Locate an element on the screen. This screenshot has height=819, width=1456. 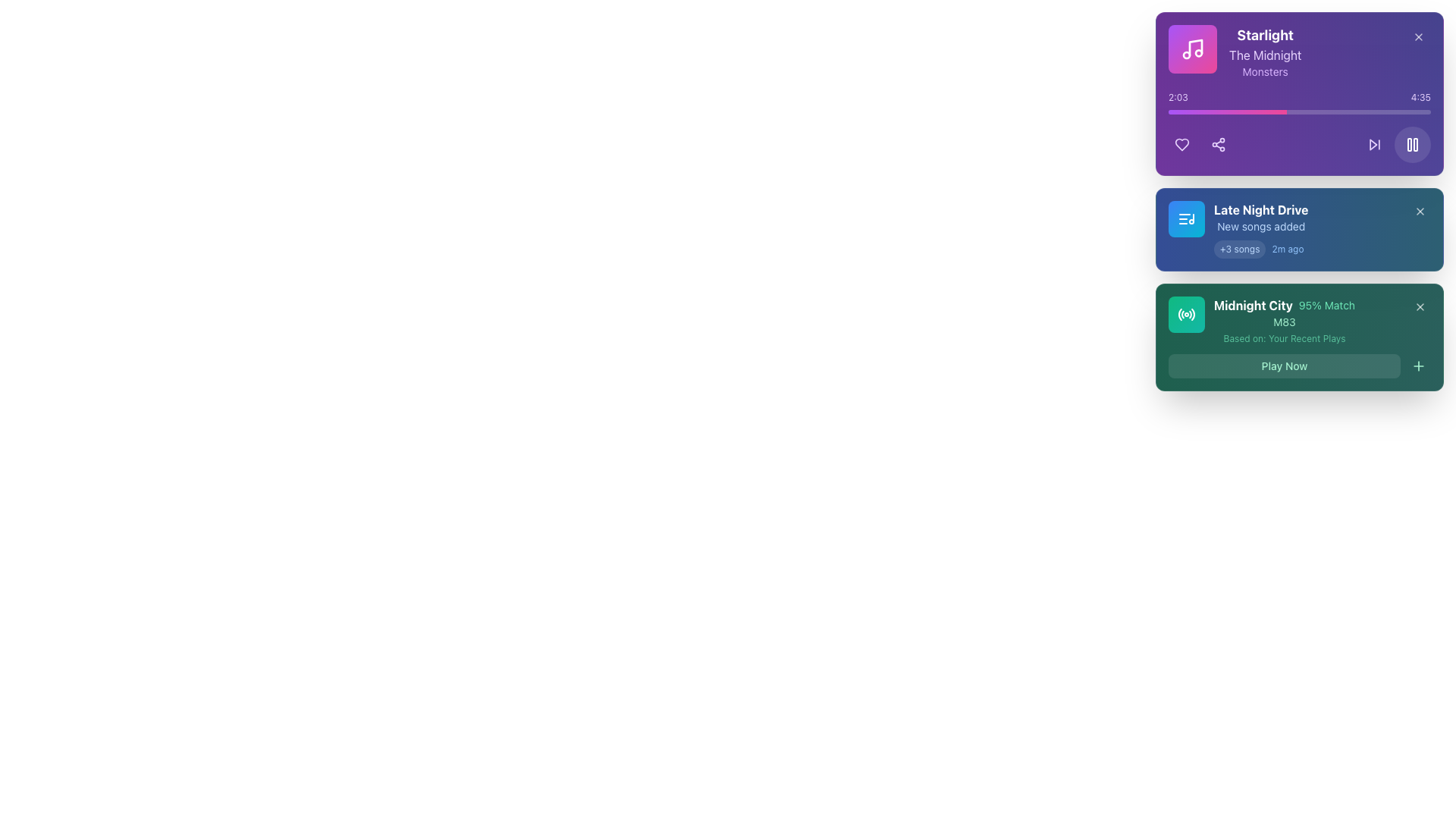
the rounded square icon with a gradient background and a white radio wave symbol, located at the top-left corner of the 'Midnight City' card in the vertical stack of cards is located at coordinates (1185, 314).